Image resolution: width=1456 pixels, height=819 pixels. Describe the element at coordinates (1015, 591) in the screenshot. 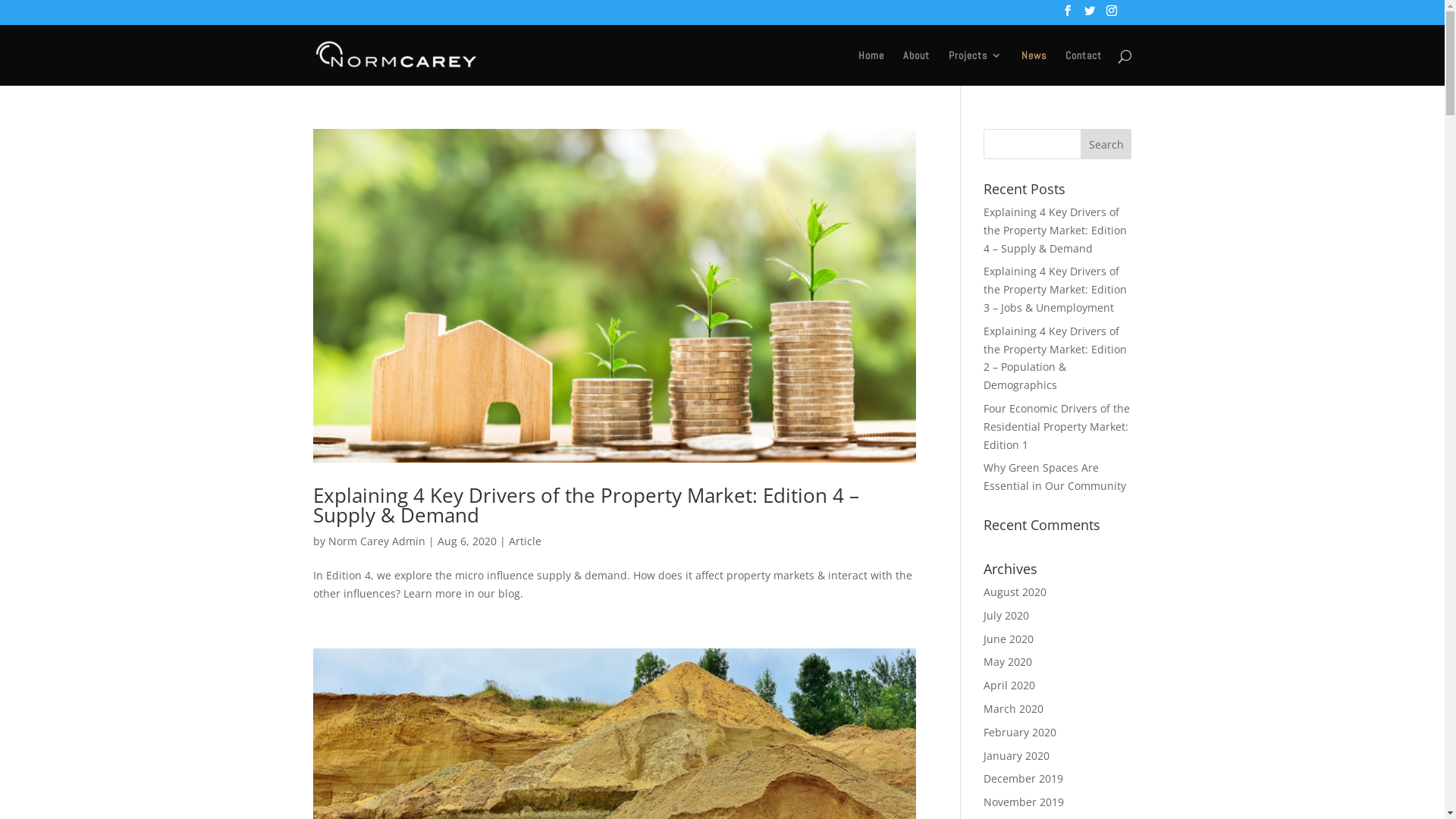

I see `'August 2020'` at that location.